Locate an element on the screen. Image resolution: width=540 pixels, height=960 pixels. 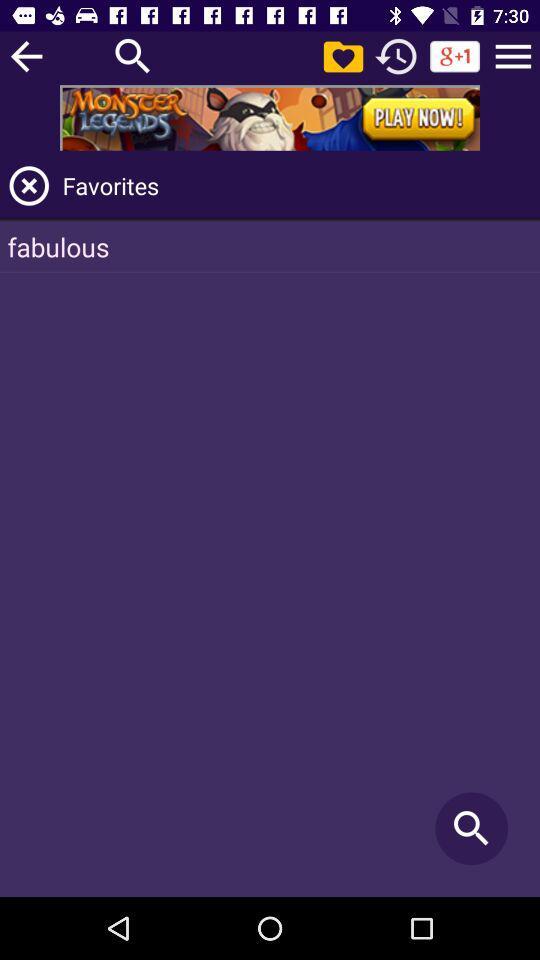
the search option is located at coordinates (133, 55).